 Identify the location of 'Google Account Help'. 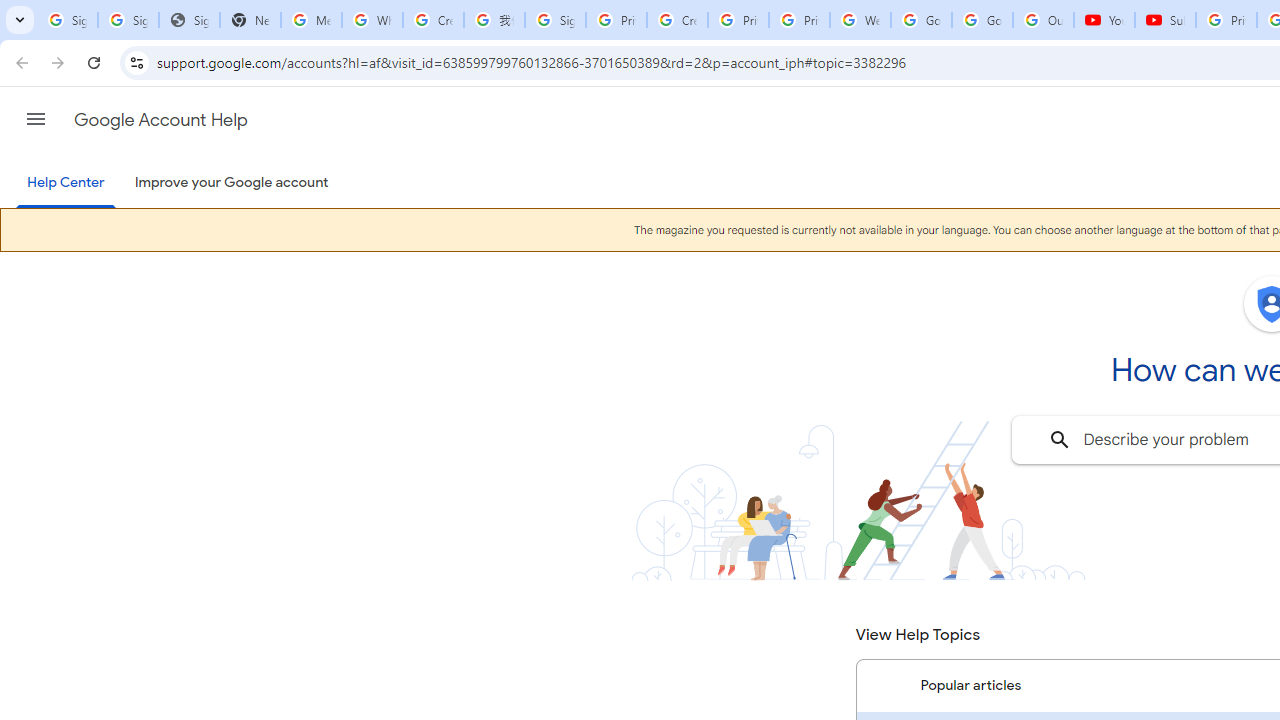
(160, 119).